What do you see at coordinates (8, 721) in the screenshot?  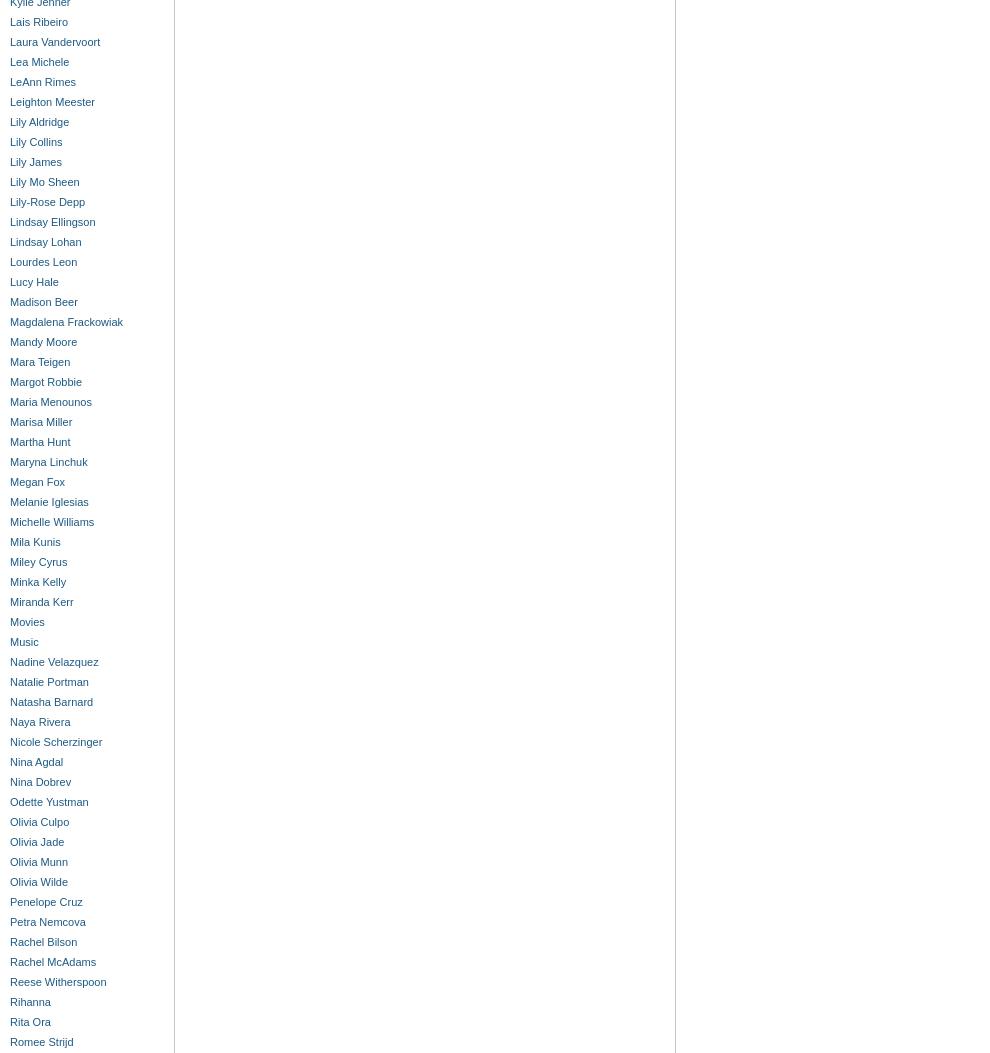 I see `'Naya Rivera'` at bounding box center [8, 721].